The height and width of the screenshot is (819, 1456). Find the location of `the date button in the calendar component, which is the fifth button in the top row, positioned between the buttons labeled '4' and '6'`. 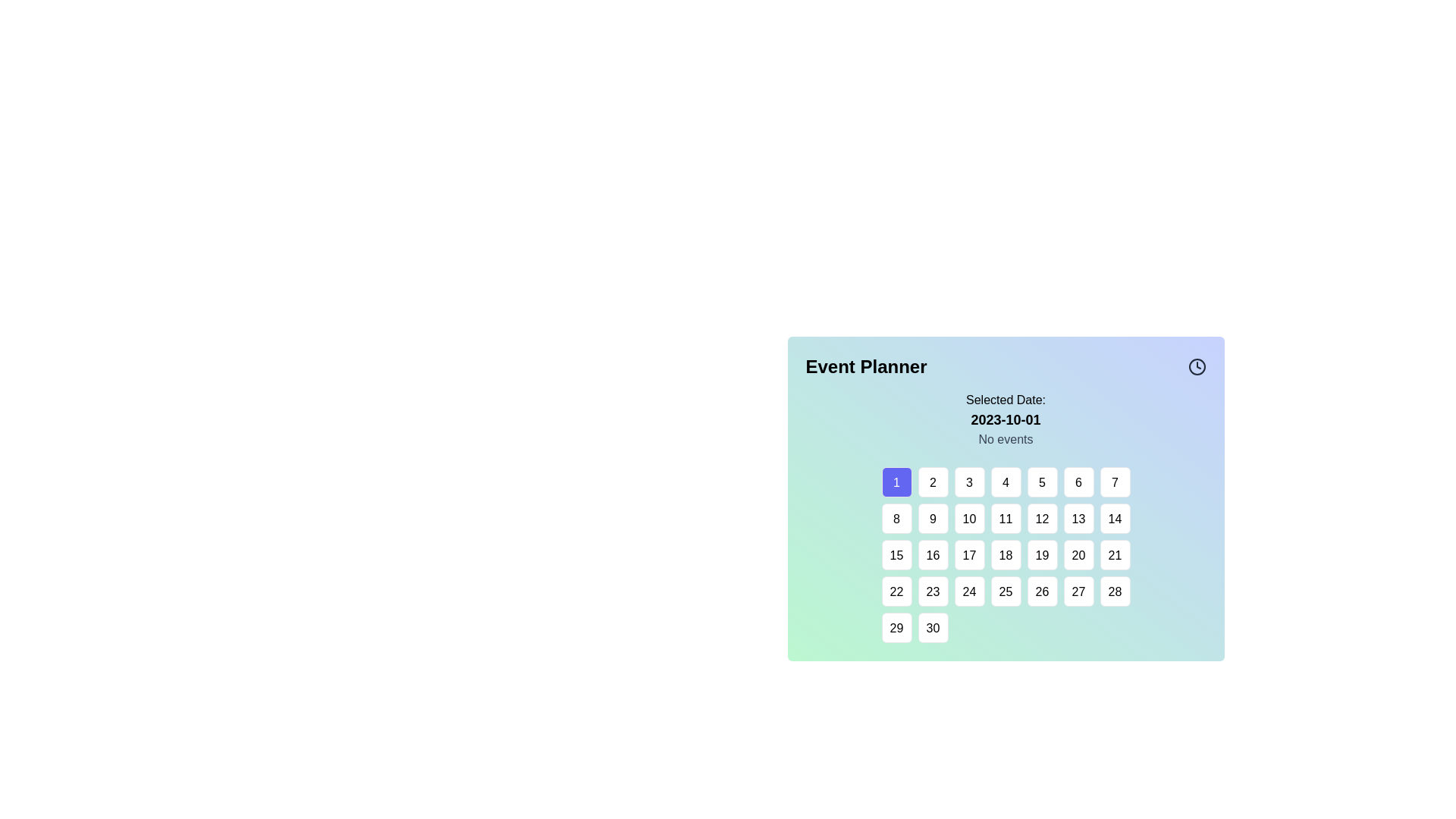

the date button in the calendar component, which is the fifth button in the top row, positioned between the buttons labeled '4' and '6' is located at coordinates (1041, 482).